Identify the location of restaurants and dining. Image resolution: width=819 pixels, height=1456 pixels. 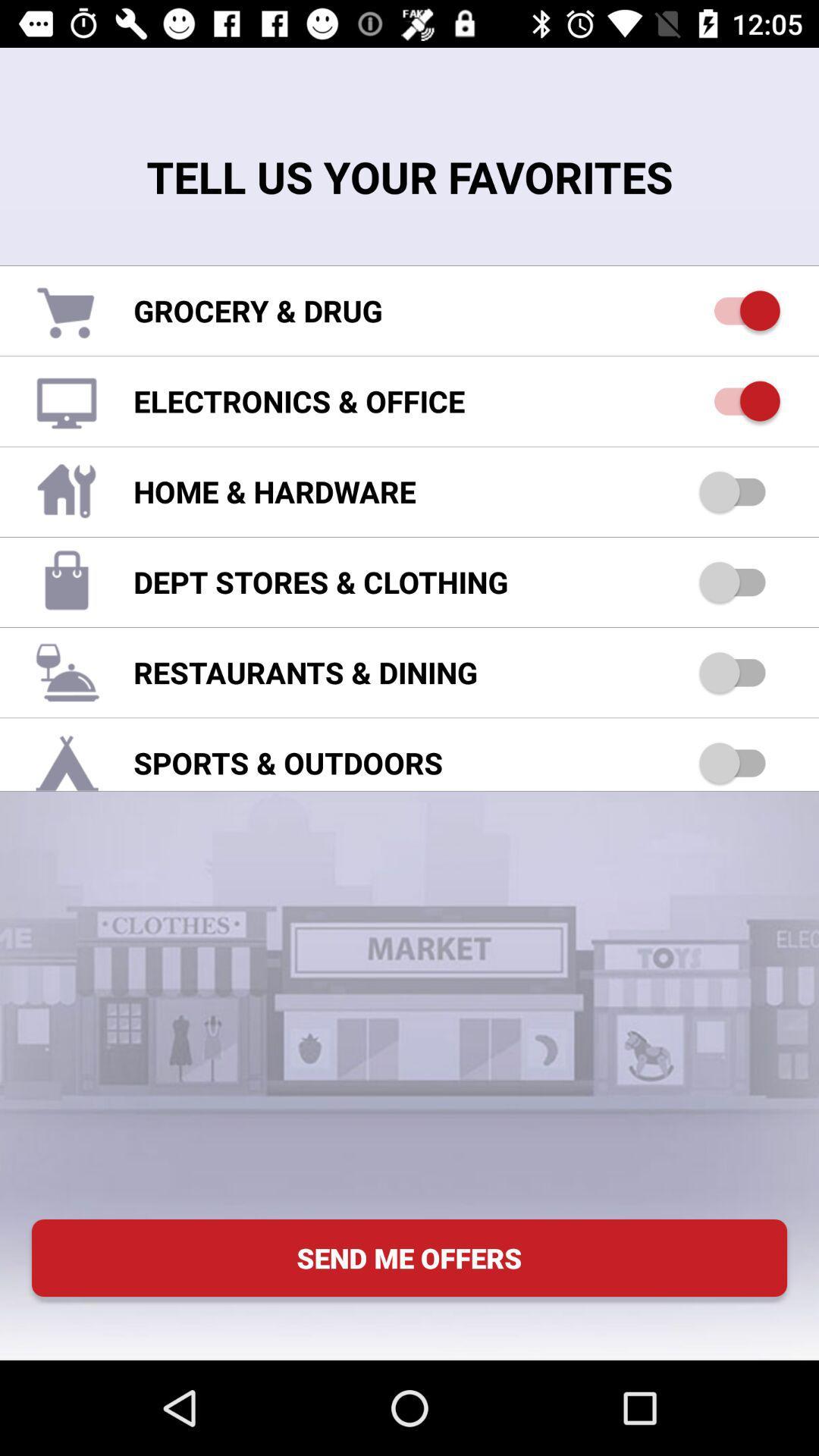
(739, 671).